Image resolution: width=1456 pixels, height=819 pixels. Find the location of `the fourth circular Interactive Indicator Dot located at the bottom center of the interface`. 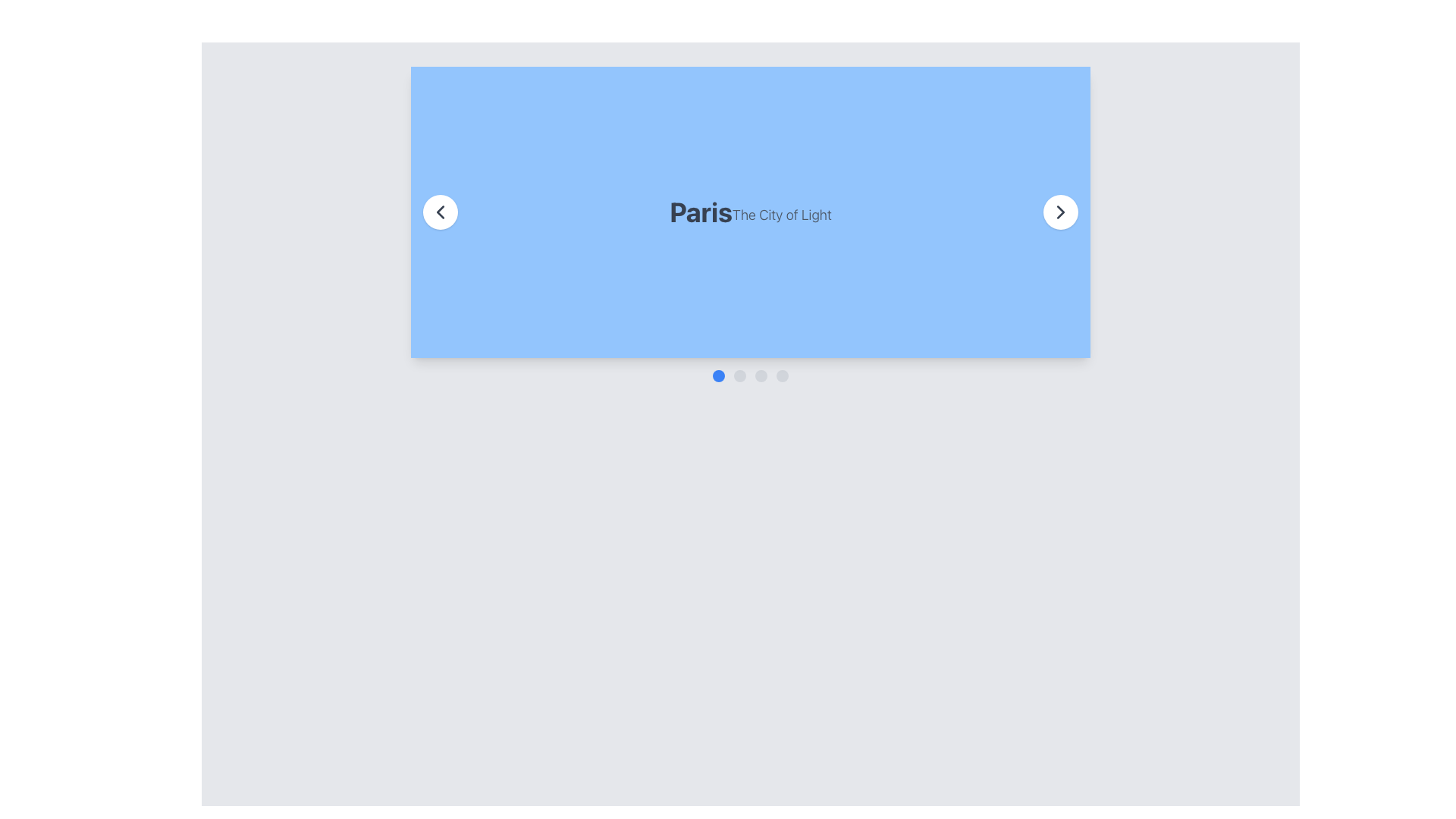

the fourth circular Interactive Indicator Dot located at the bottom center of the interface is located at coordinates (783, 375).